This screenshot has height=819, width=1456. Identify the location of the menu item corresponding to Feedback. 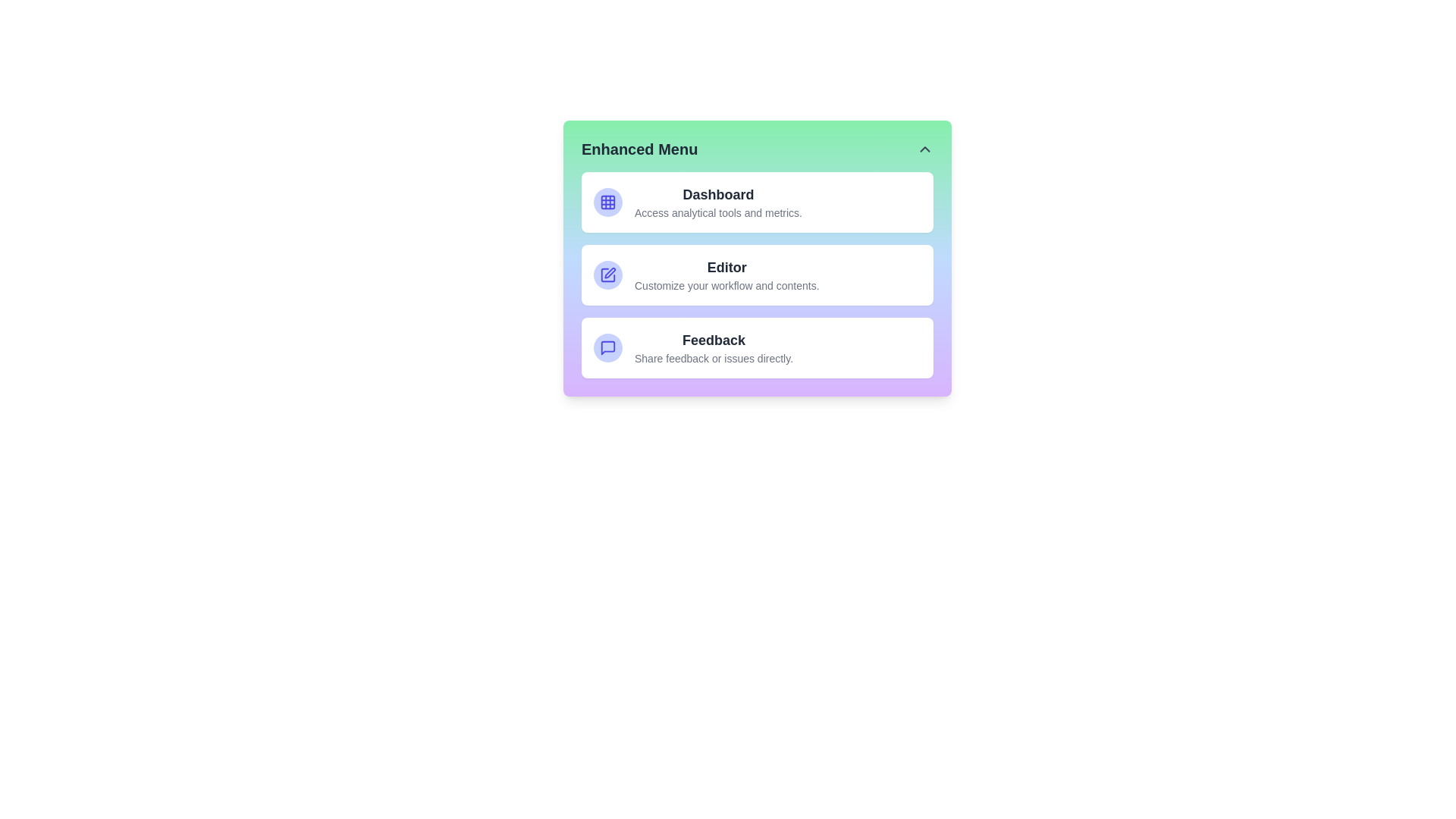
(757, 348).